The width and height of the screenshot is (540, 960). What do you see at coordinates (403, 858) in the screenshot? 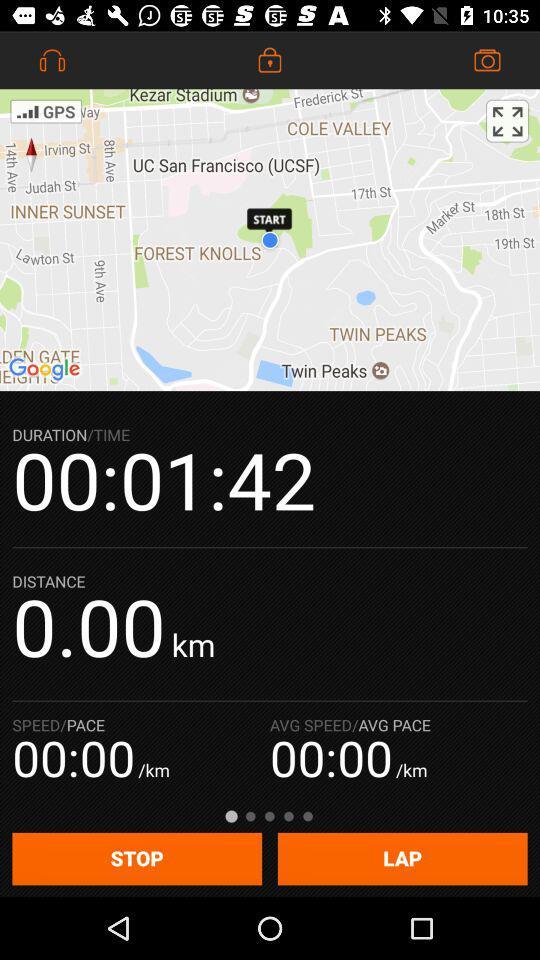
I see `the option lap which is in the bottom right corner` at bounding box center [403, 858].